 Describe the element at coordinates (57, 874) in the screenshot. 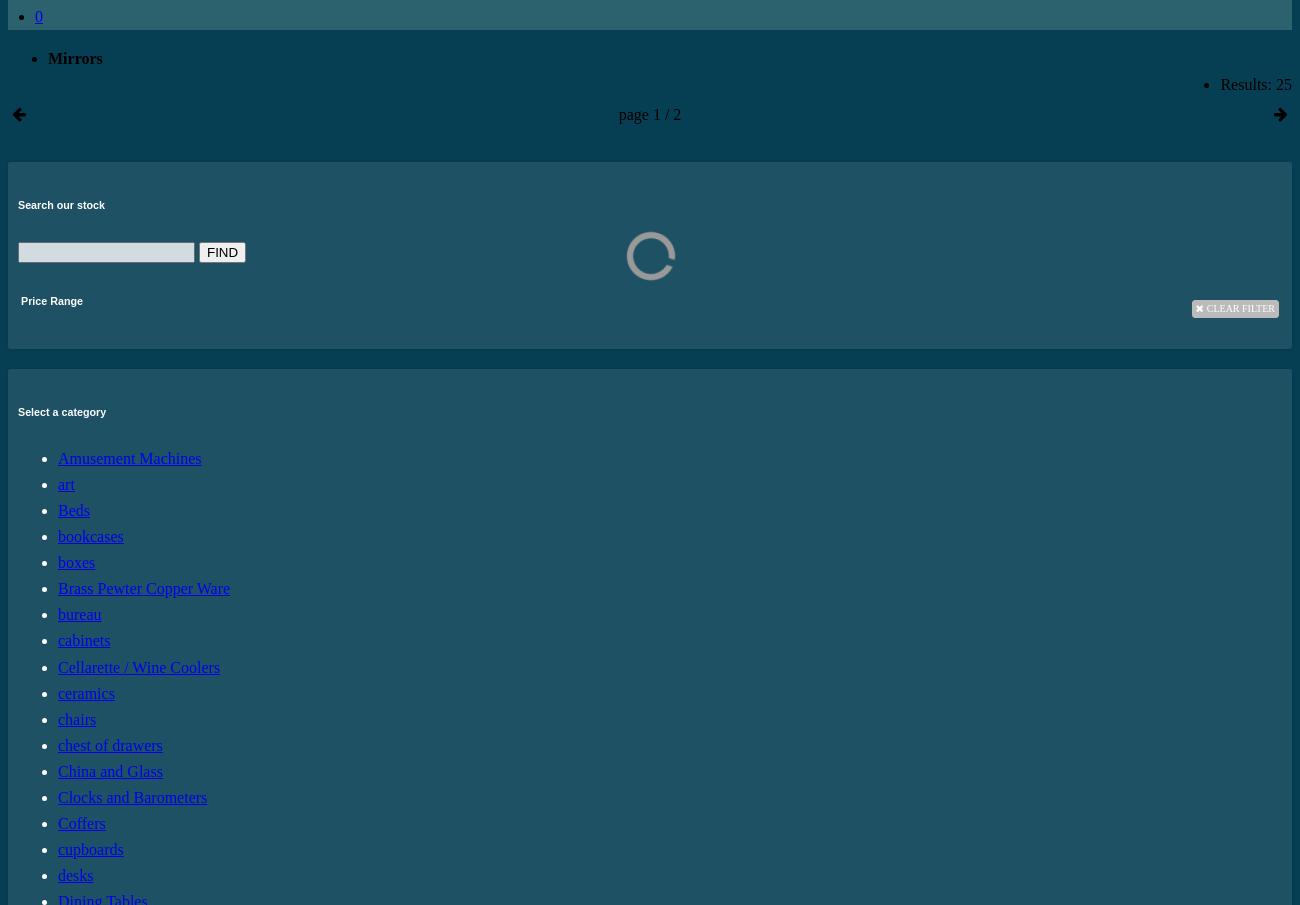

I see `'desks'` at that location.